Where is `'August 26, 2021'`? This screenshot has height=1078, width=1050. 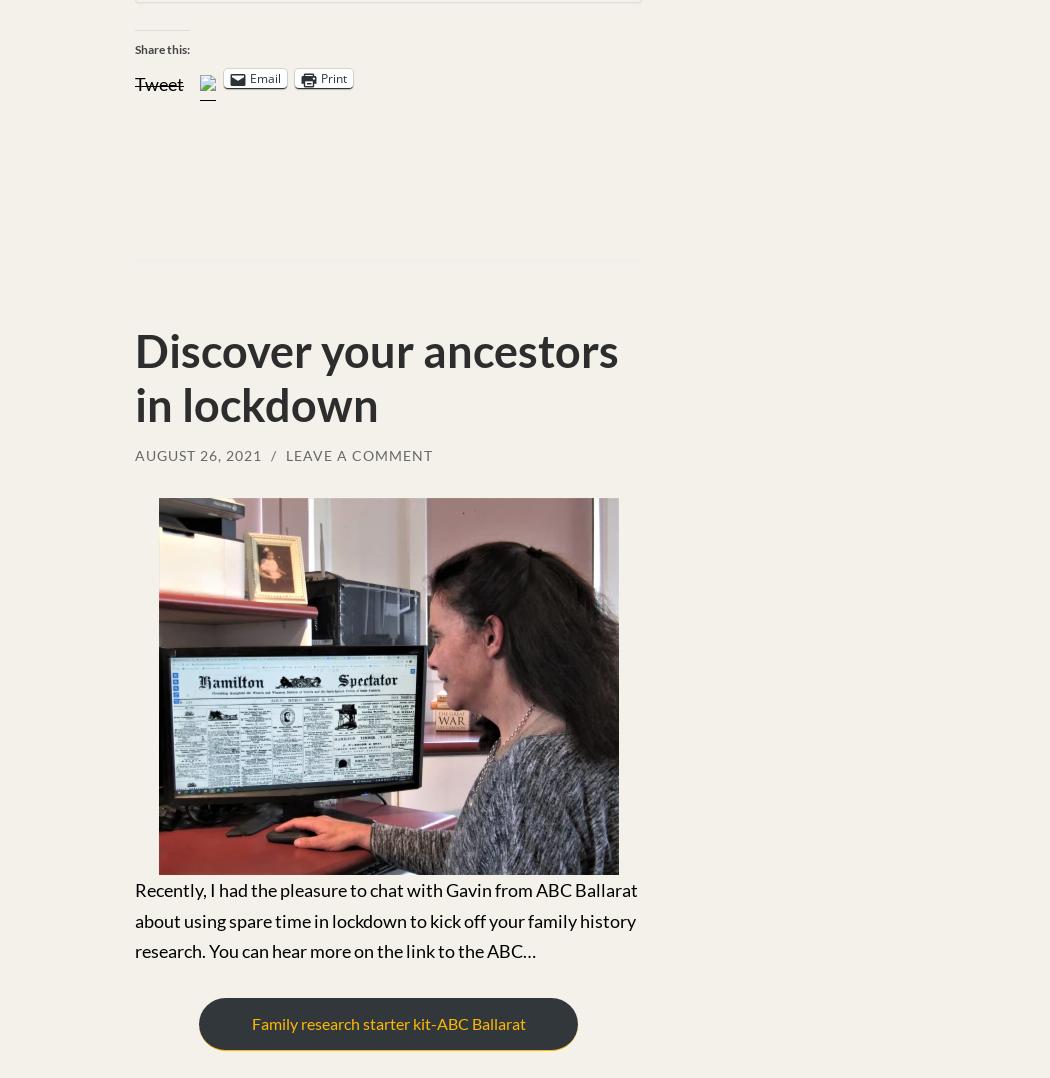
'August 26, 2021' is located at coordinates (197, 454).